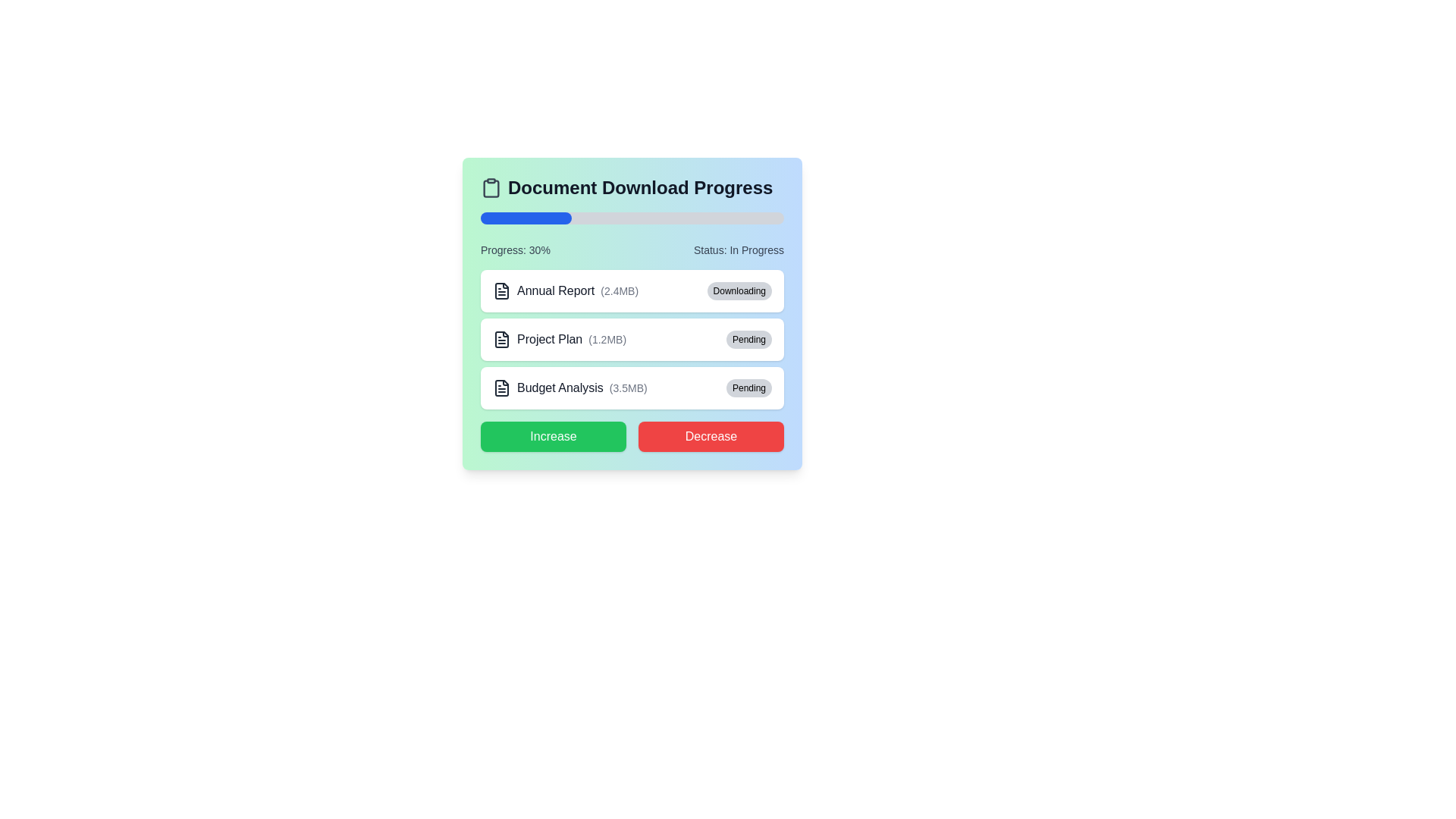  I want to click on the clipboard icon located in the header section labeled 'Document Download Progress', so click(491, 187).